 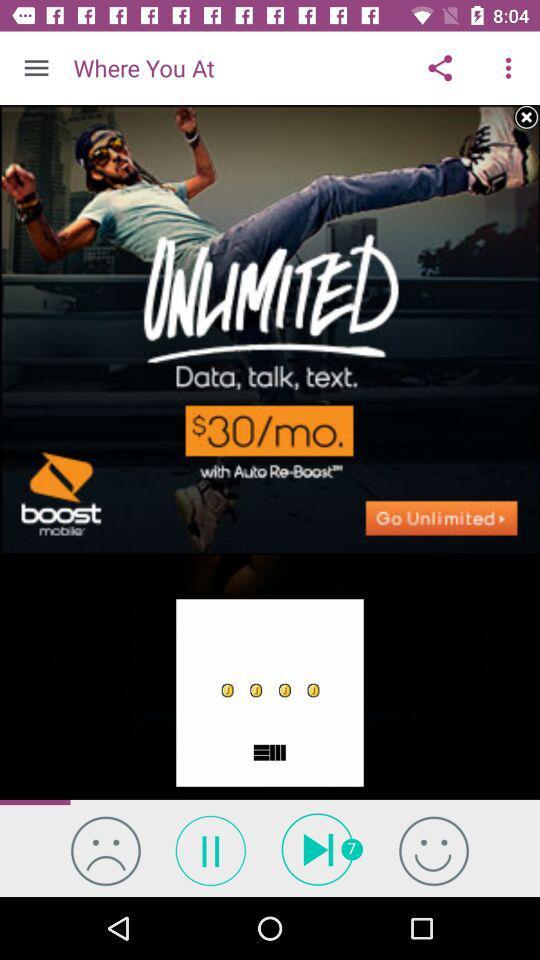 What do you see at coordinates (322, 848) in the screenshot?
I see `the skip_next icon` at bounding box center [322, 848].